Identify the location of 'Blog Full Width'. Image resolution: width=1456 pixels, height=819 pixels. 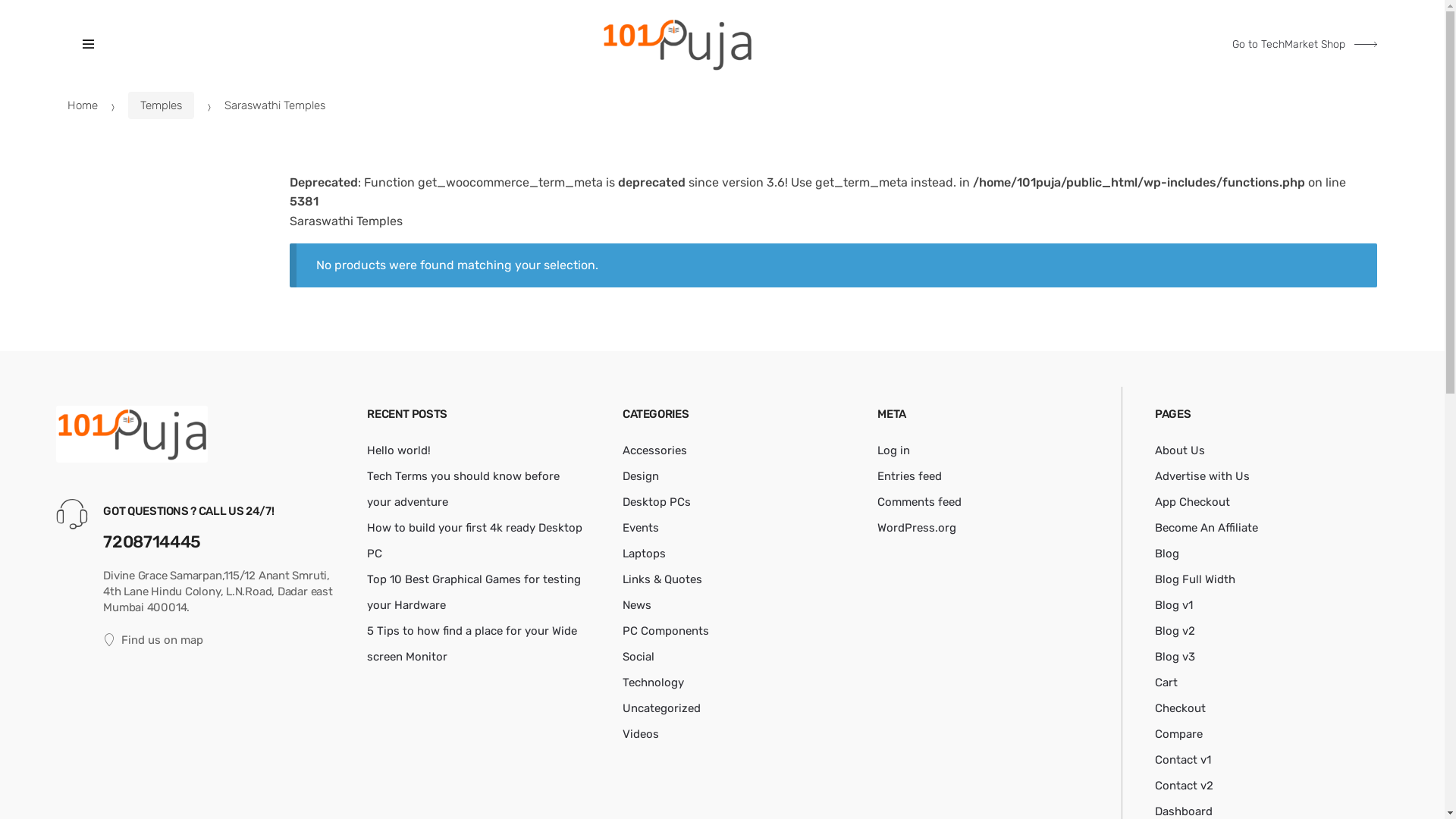
(1194, 579).